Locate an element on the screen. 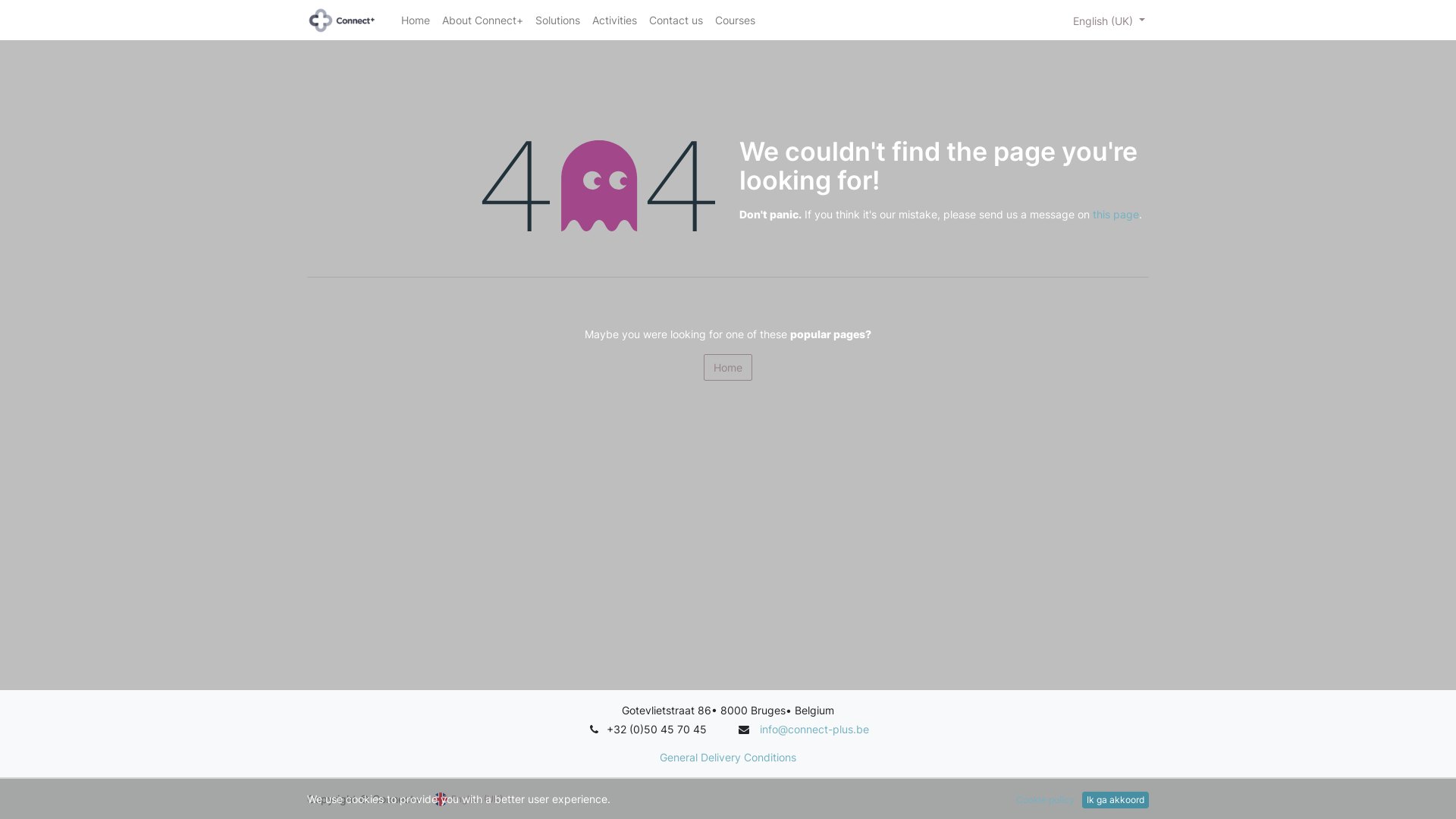 Image resolution: width=1456 pixels, height=819 pixels. 'Ik ga akkoord' is located at coordinates (1115, 799).